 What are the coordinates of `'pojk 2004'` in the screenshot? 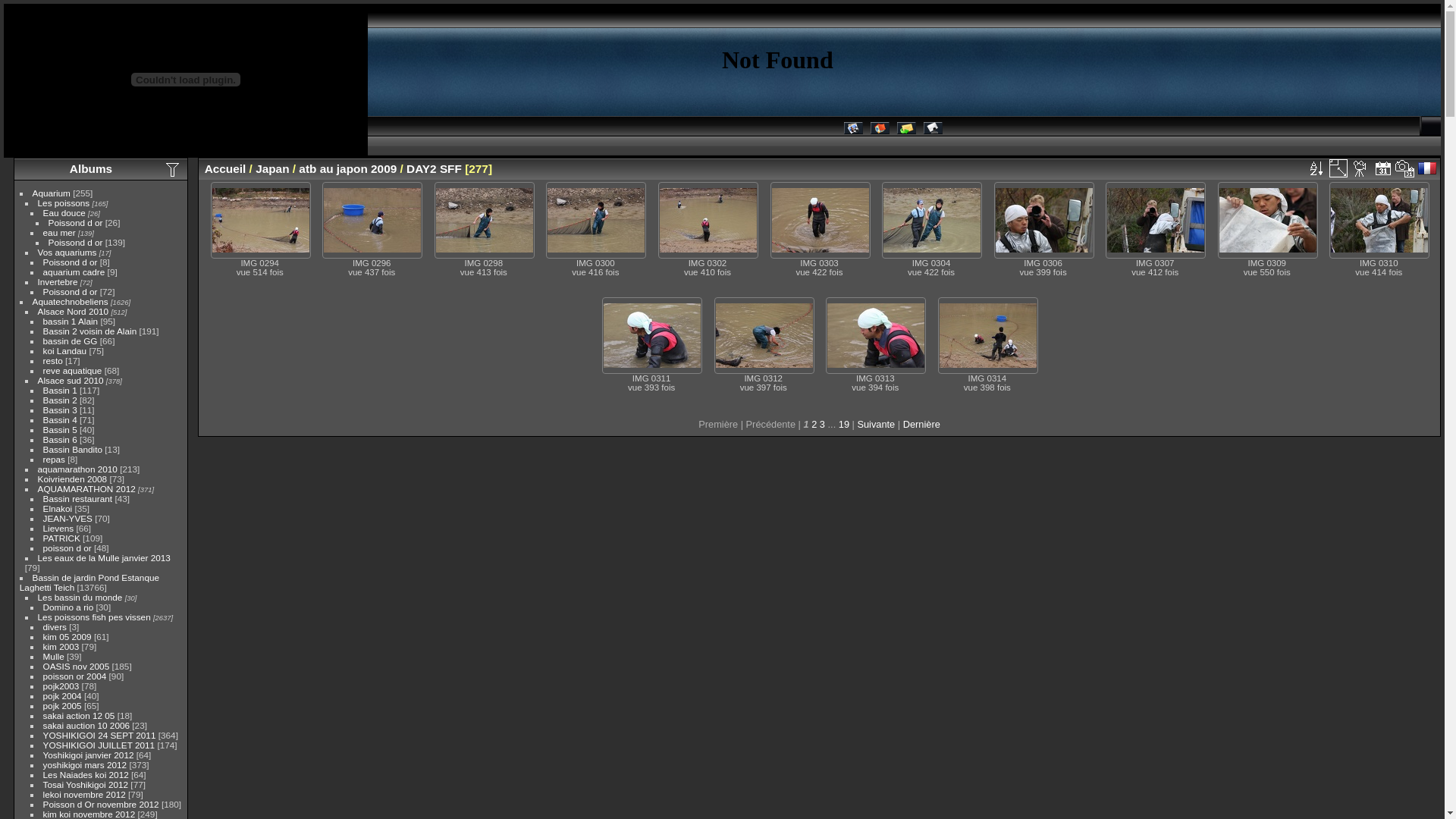 It's located at (61, 695).